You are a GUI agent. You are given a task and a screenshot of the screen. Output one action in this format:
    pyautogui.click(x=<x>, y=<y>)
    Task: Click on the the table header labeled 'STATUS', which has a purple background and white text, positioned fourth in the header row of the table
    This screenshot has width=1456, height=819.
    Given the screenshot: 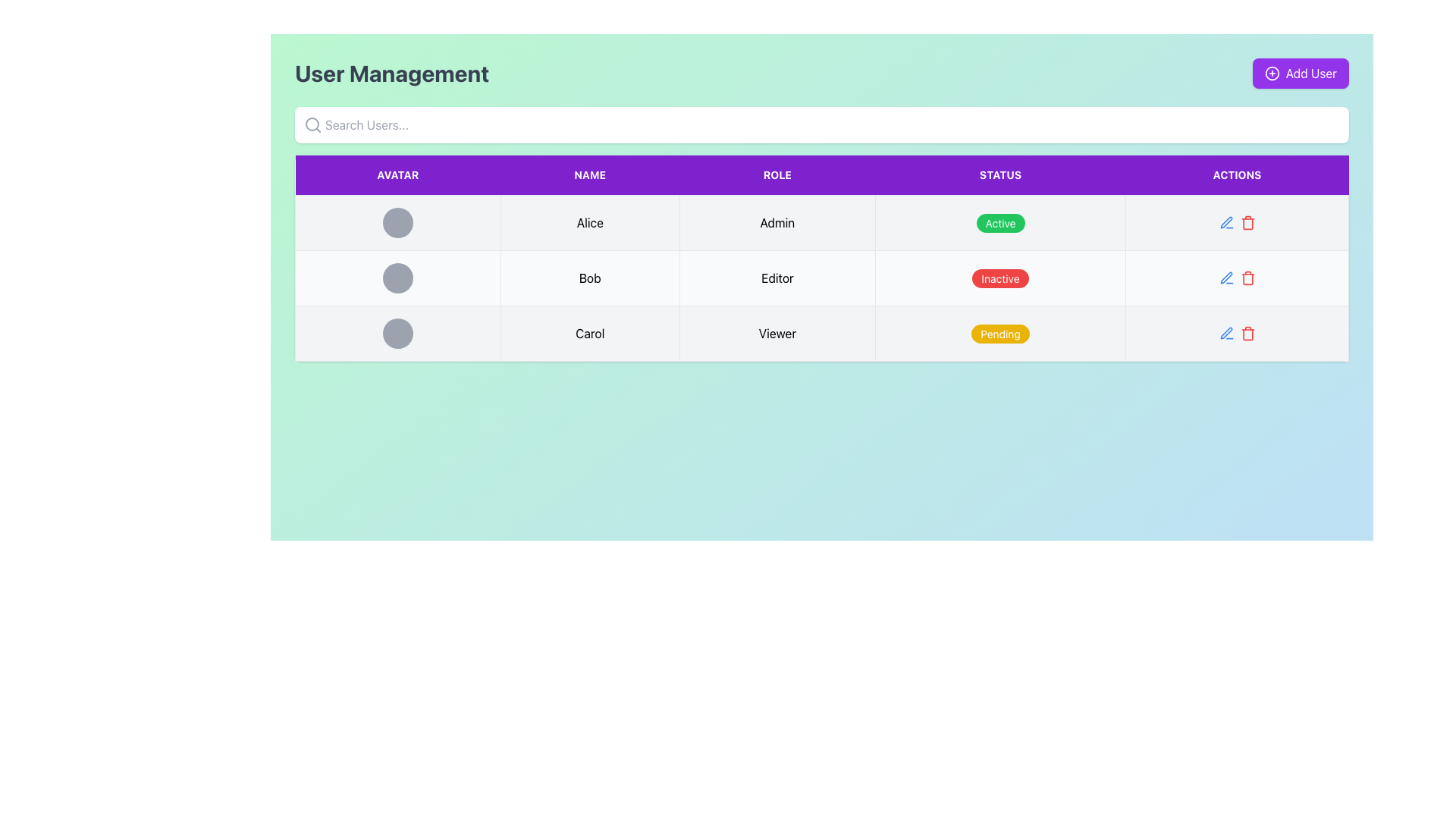 What is the action you would take?
    pyautogui.click(x=1000, y=174)
    